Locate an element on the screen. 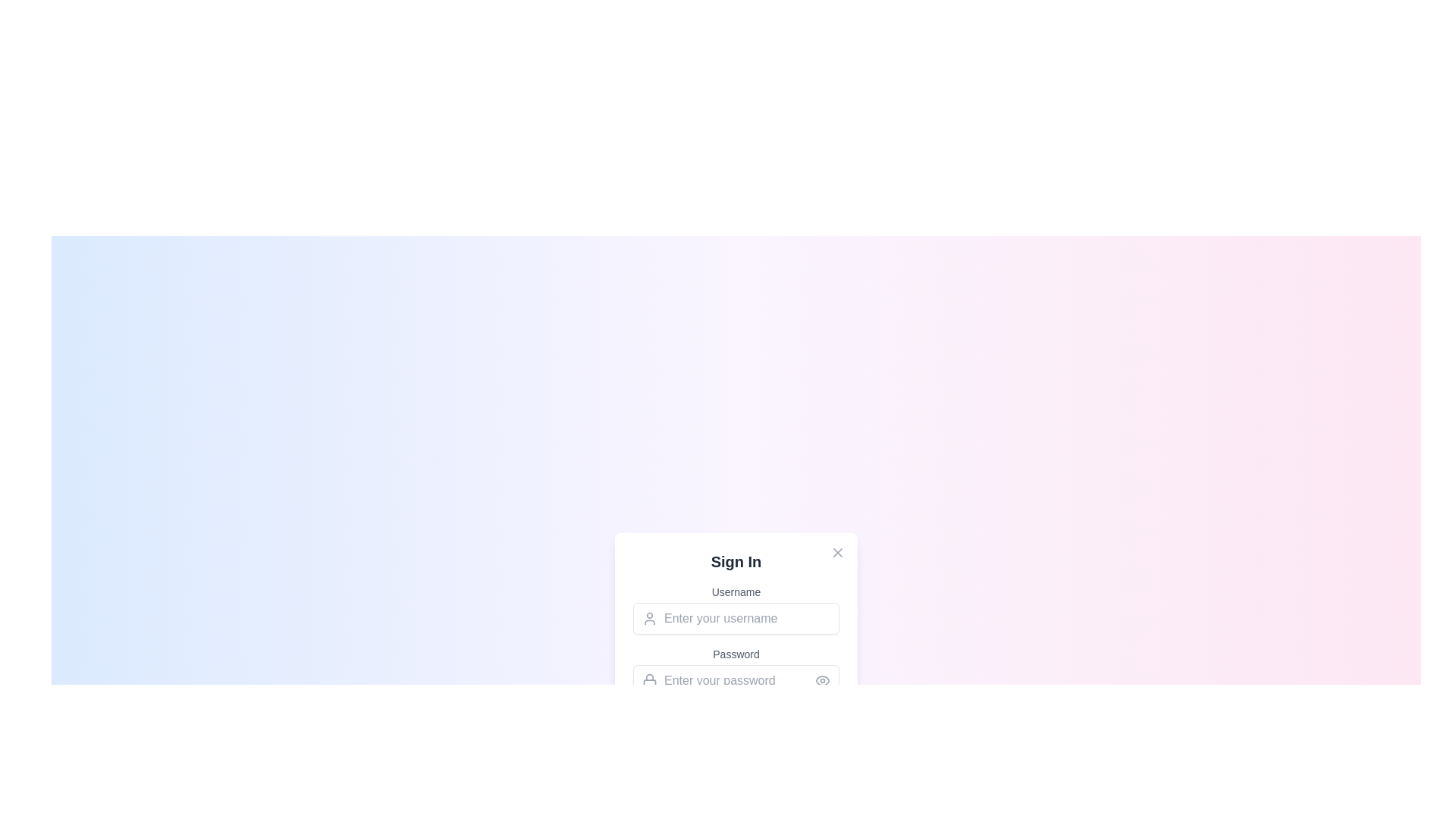 The width and height of the screenshot is (1456, 819). the label indicating the password input field, located centrally in the authentication modal dialog is located at coordinates (736, 654).